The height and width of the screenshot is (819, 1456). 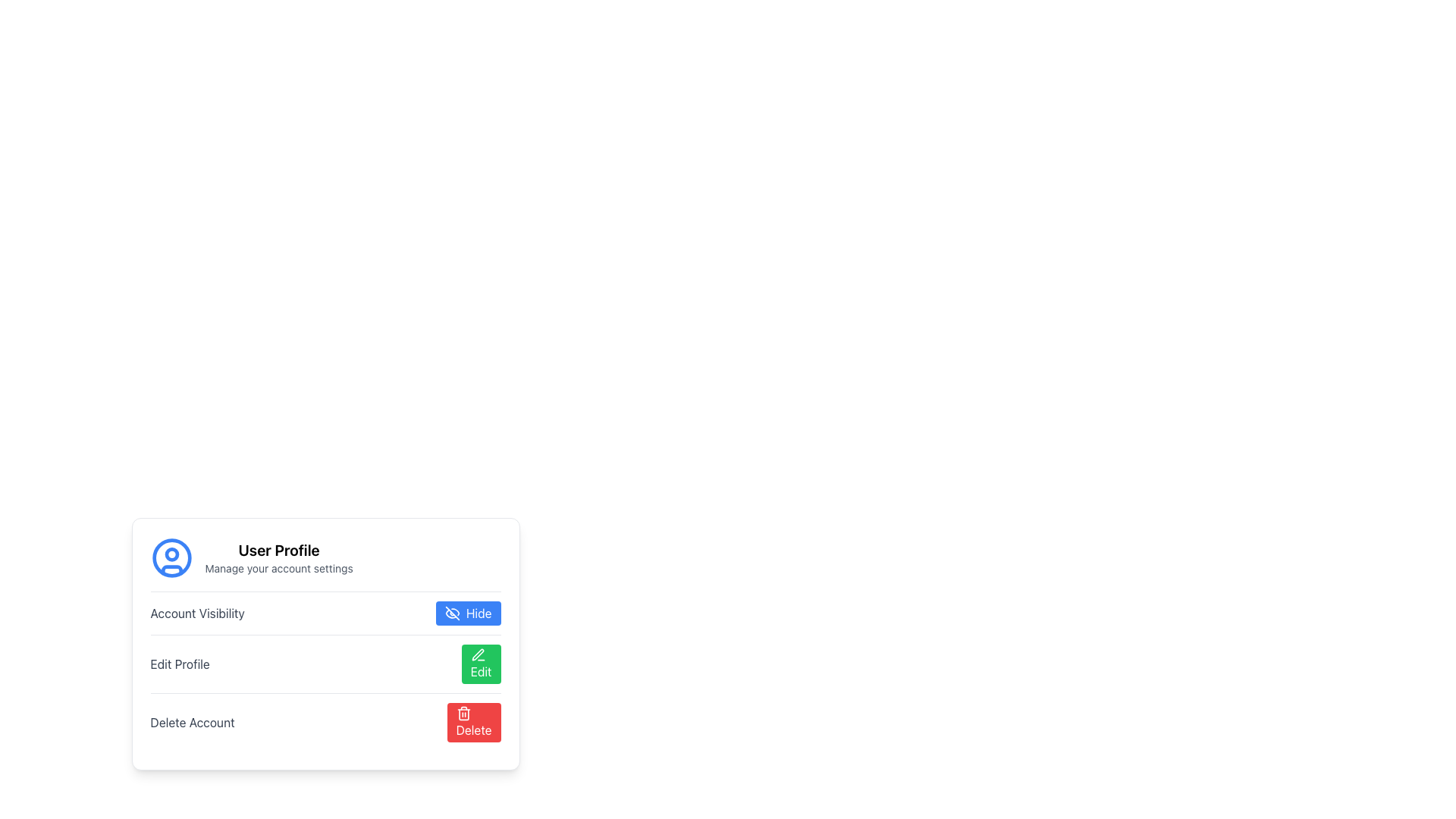 What do you see at coordinates (171, 558) in the screenshot?
I see `the blue circular user avatar icon located at the top of the profile section` at bounding box center [171, 558].